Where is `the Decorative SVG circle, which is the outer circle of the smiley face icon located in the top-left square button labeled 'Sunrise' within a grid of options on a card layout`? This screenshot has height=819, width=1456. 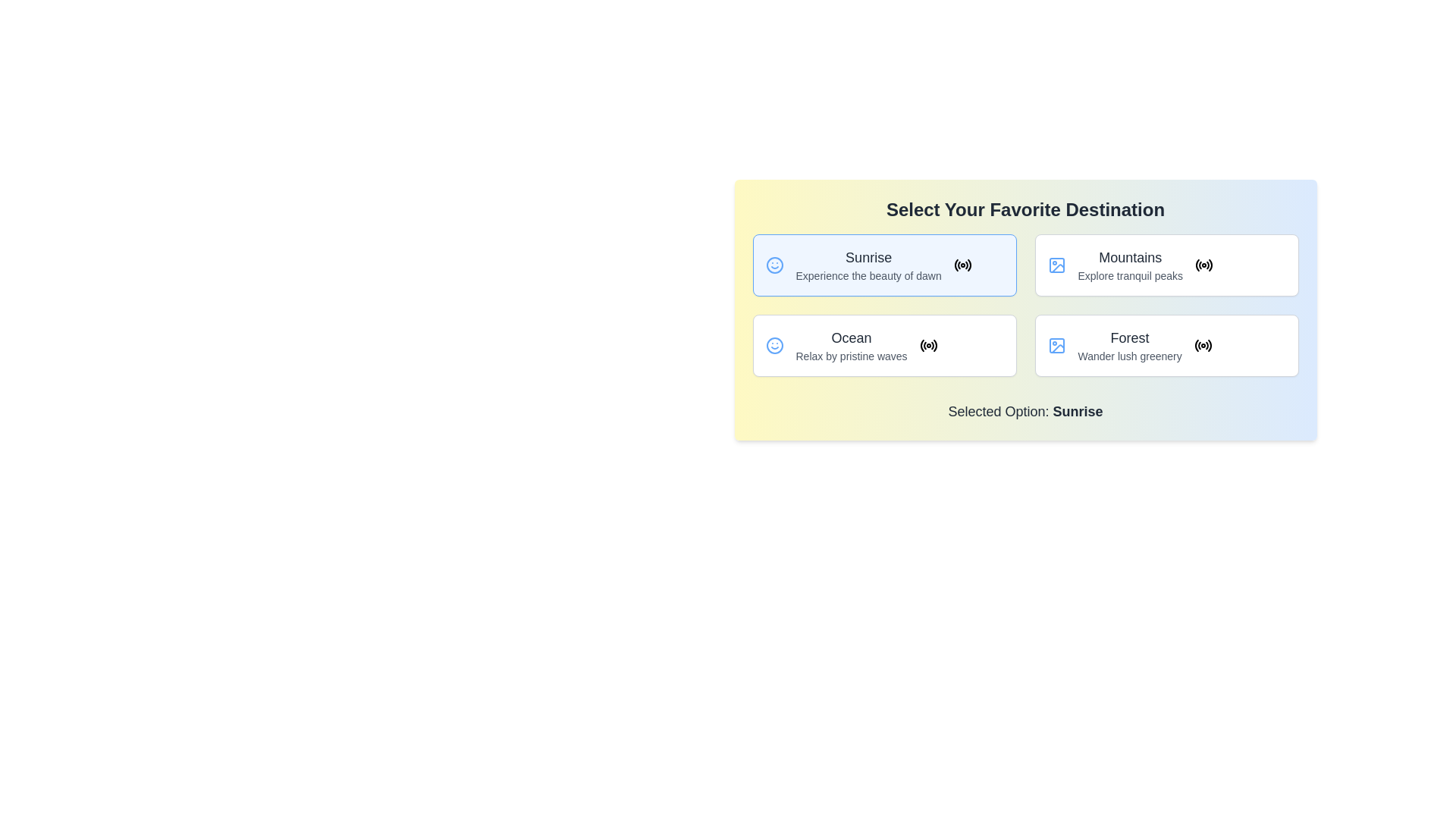 the Decorative SVG circle, which is the outer circle of the smiley face icon located in the top-left square button labeled 'Sunrise' within a grid of options on a card layout is located at coordinates (774, 345).